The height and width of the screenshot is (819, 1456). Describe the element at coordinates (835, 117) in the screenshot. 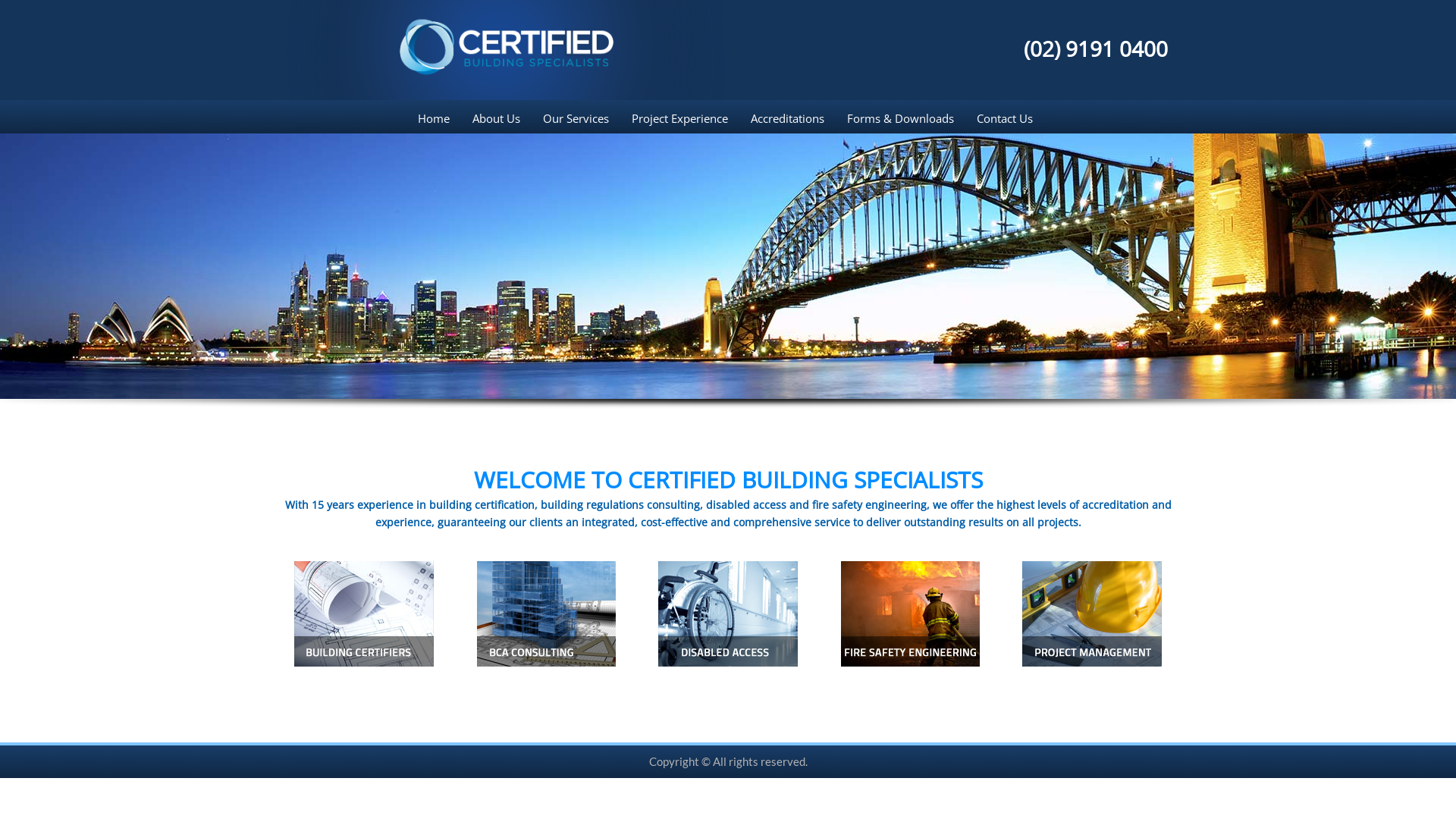

I see `'Forms & Downloads'` at that location.